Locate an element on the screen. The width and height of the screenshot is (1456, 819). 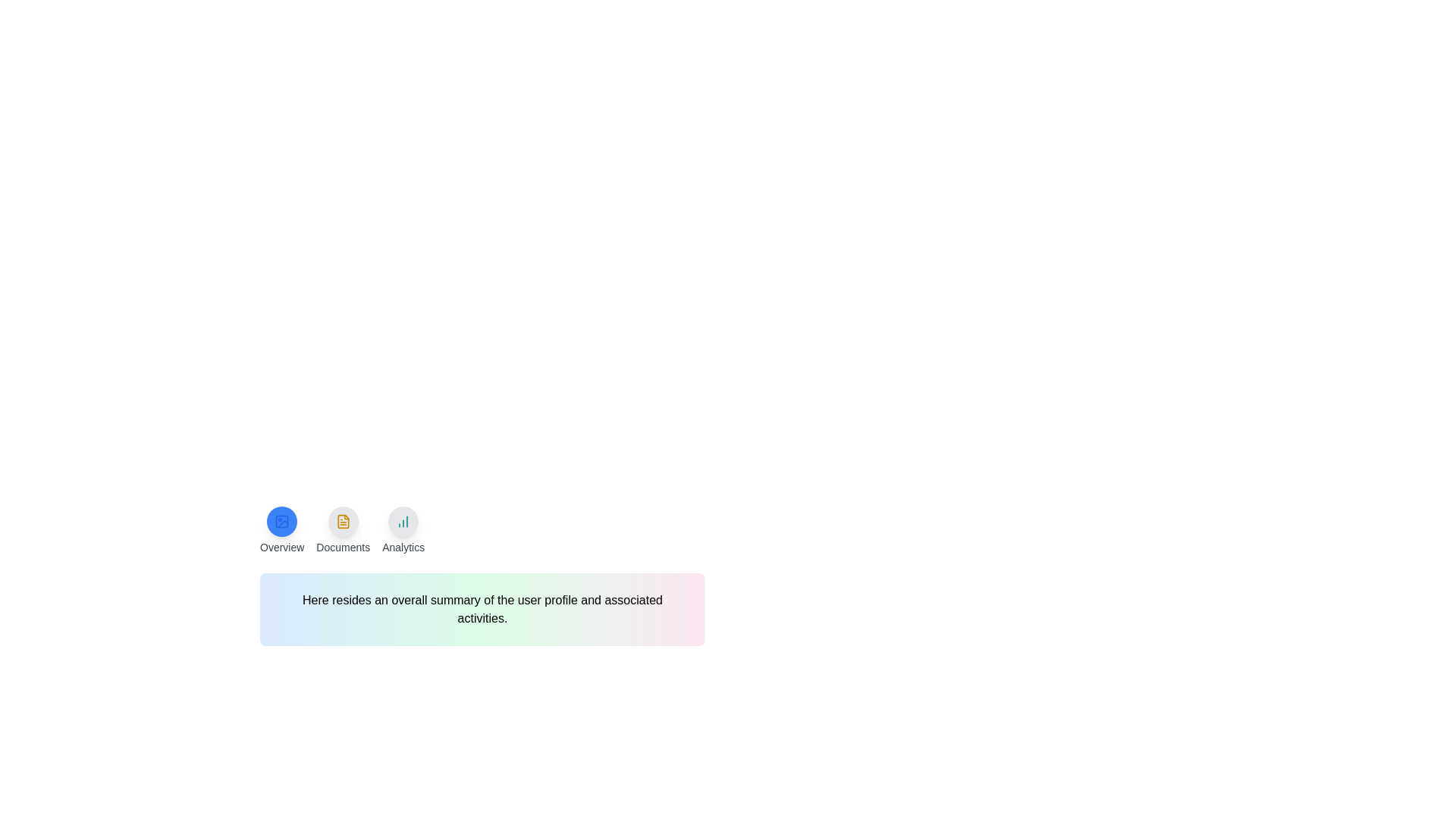
the text label displaying 'Documents', which is styled in gray color and is positioned beneath an icon in a vertical alignment with other category indicators is located at coordinates (342, 547).